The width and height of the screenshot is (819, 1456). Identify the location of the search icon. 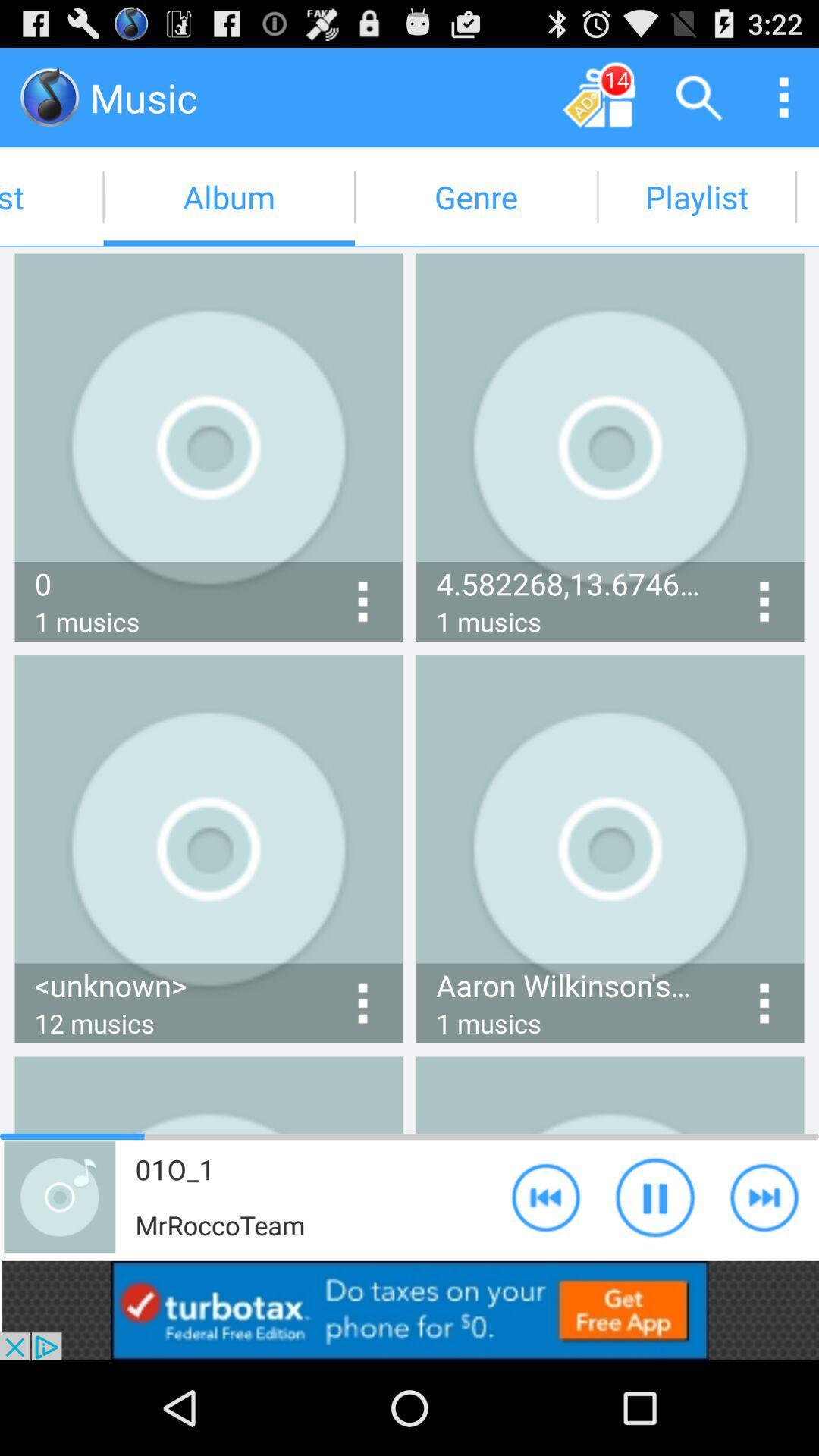
(699, 96).